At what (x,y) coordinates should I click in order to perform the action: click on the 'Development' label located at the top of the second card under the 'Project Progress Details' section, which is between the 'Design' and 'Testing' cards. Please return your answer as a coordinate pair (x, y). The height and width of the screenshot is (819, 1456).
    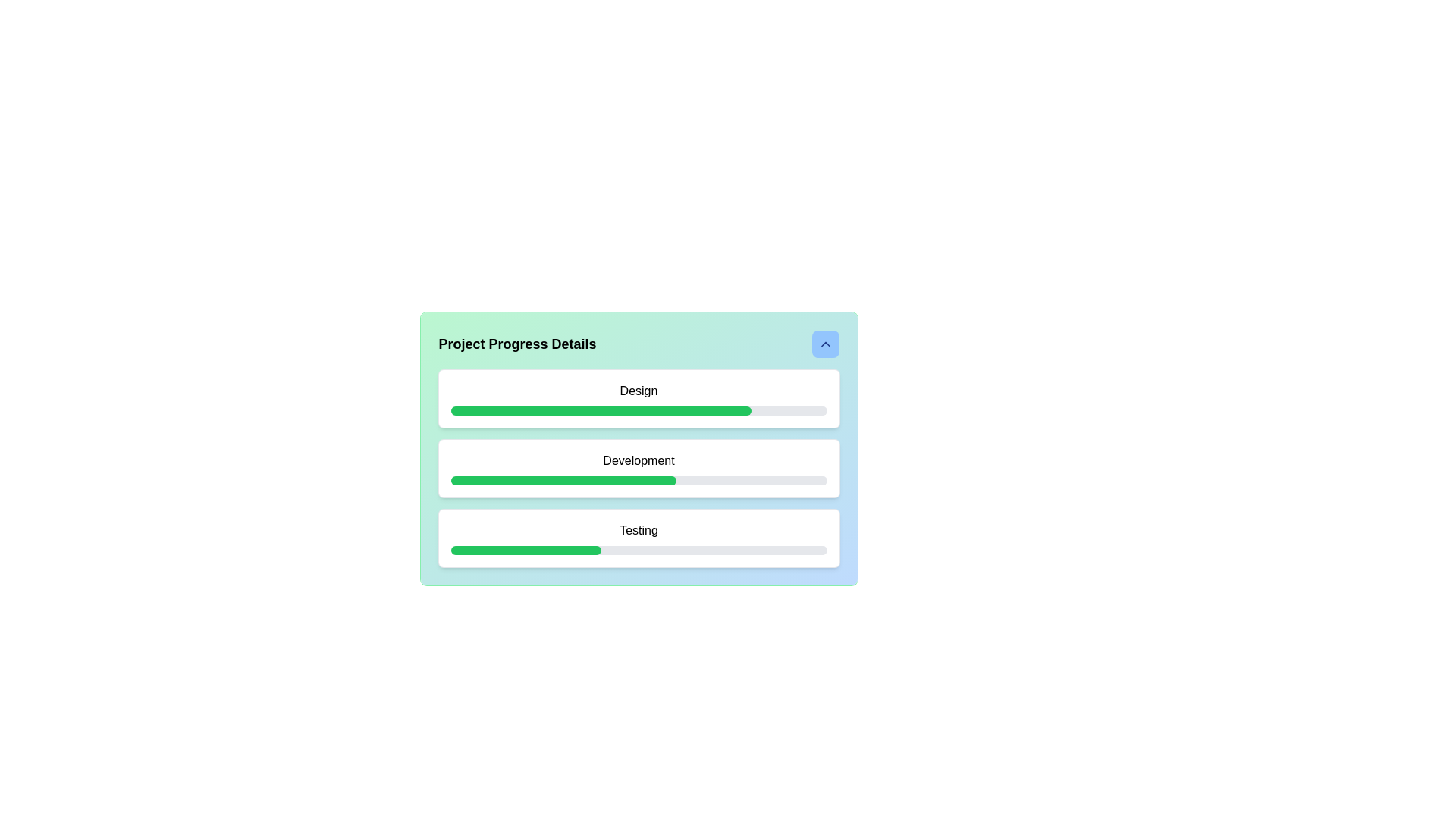
    Looking at the image, I should click on (639, 460).